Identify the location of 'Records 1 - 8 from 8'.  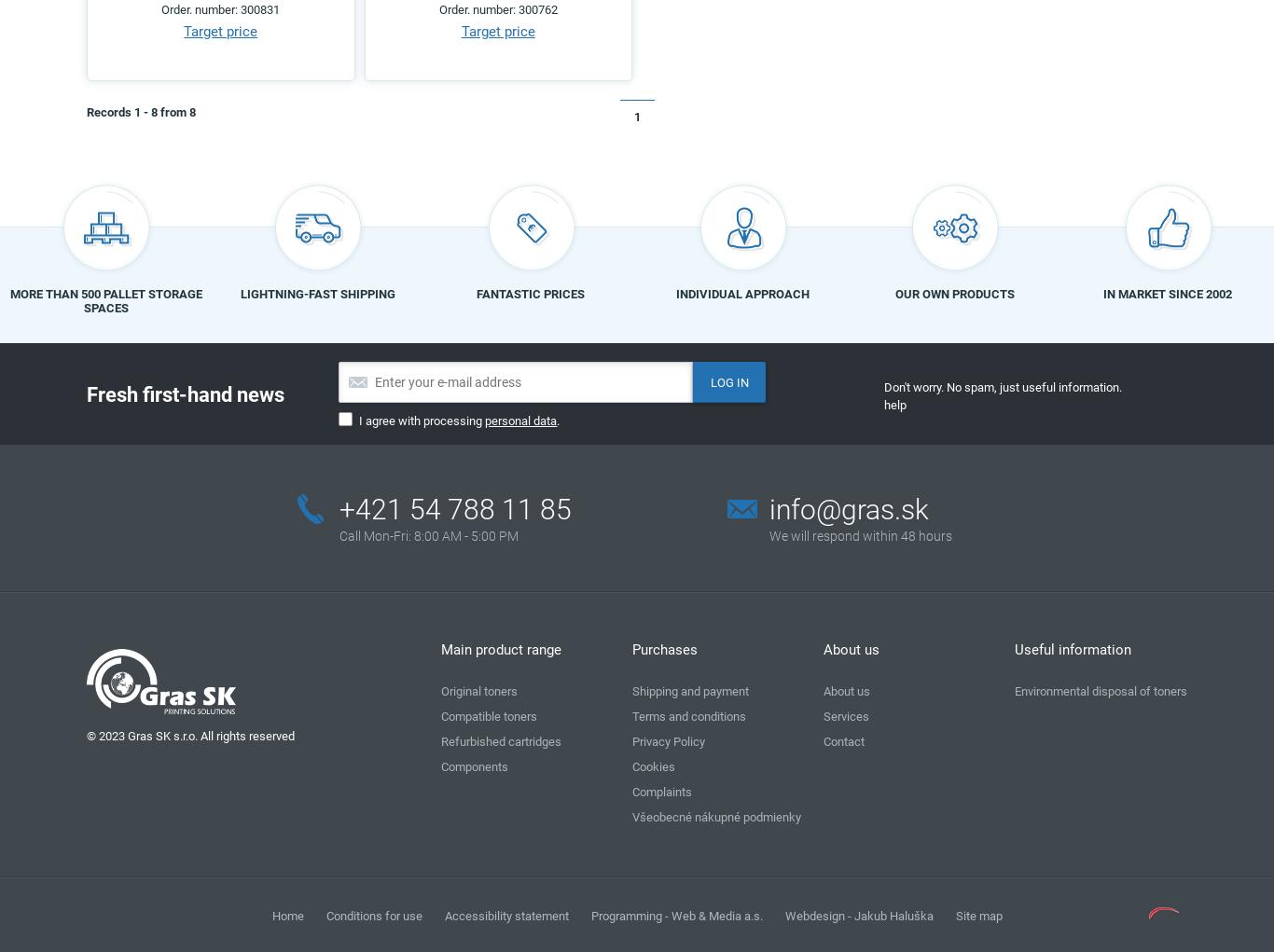
(140, 111).